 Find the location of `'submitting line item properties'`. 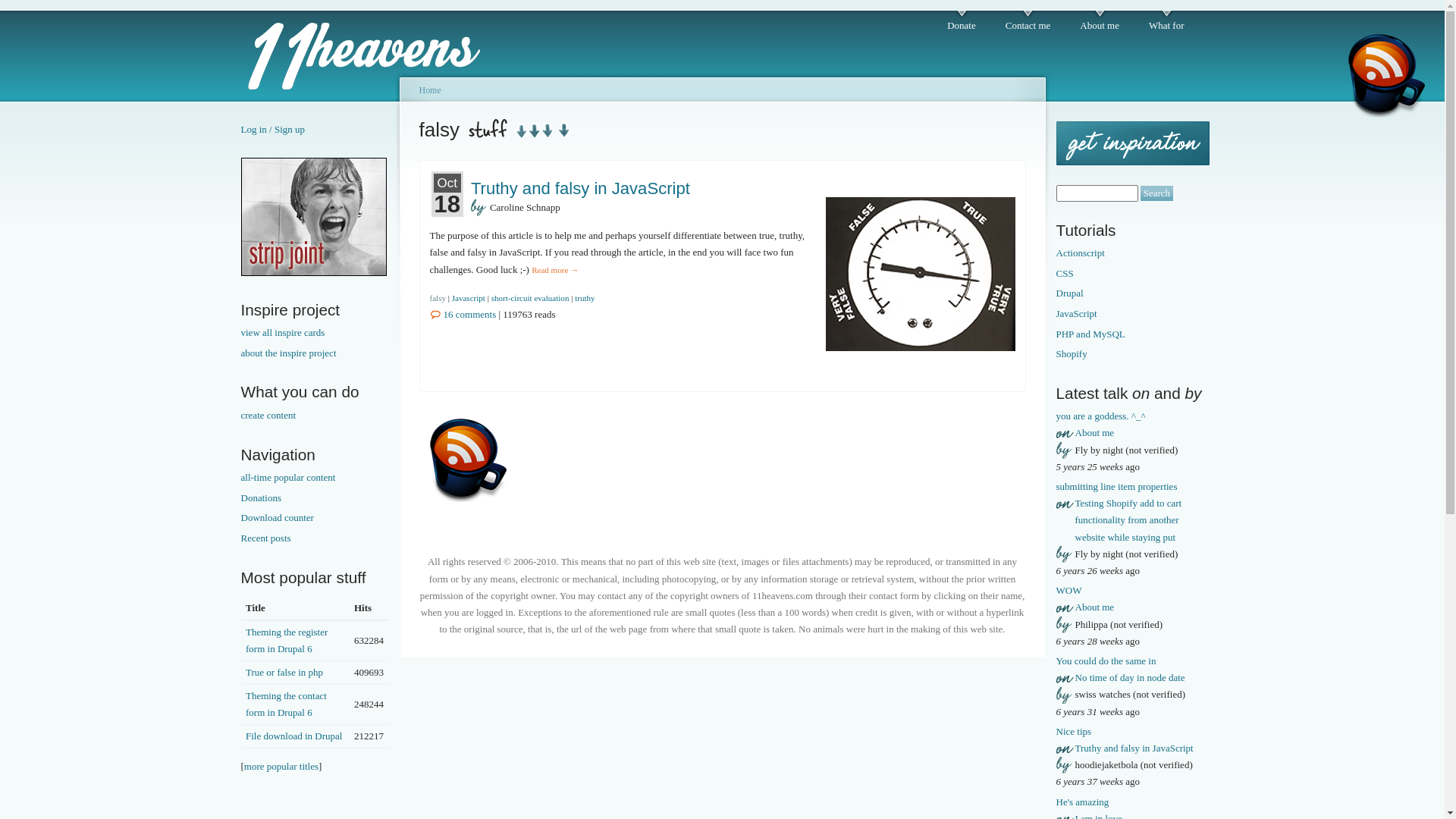

'submitting line item properties' is located at coordinates (1116, 486).